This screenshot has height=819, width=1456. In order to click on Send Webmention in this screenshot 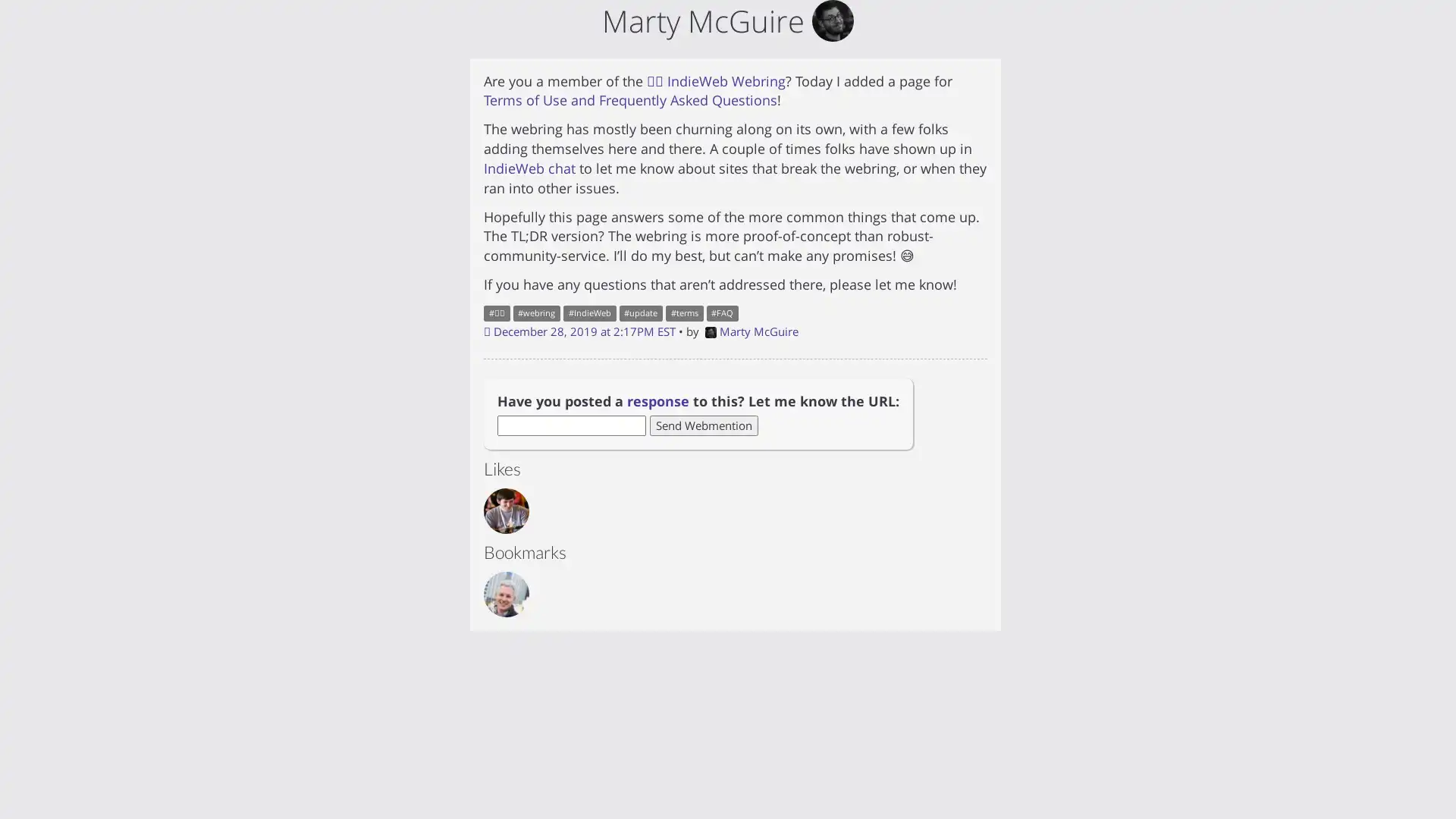, I will do `click(703, 425)`.